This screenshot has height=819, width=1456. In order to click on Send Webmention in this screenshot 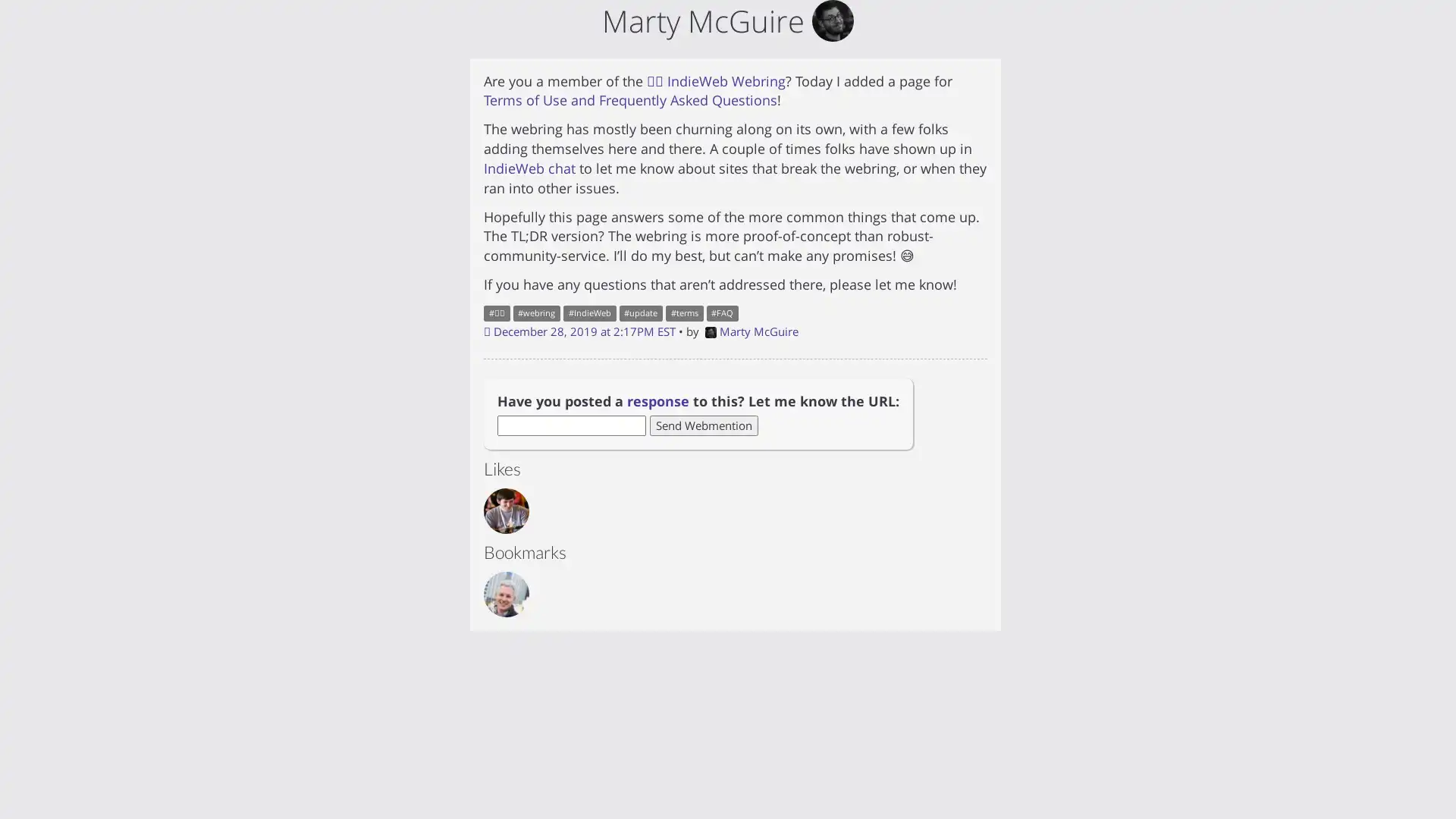, I will do `click(703, 425)`.